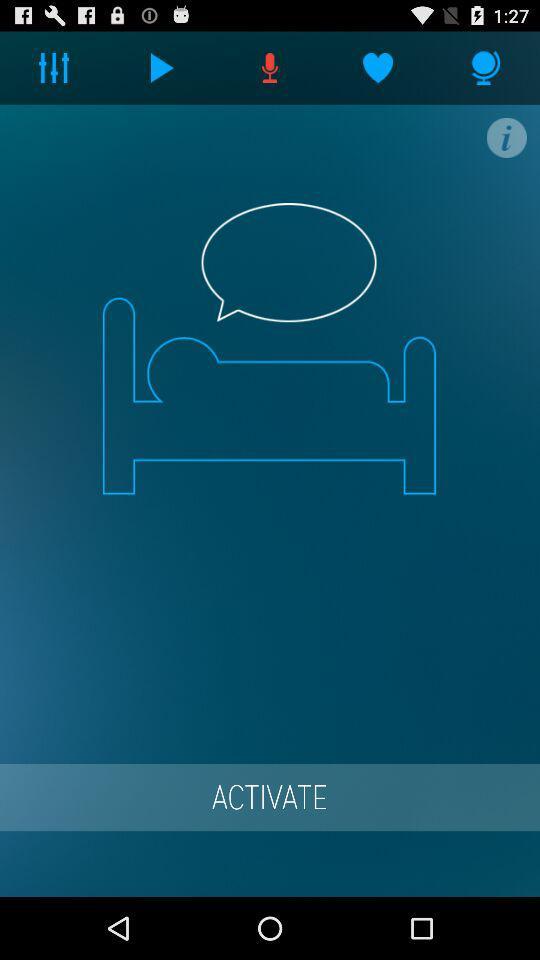 The width and height of the screenshot is (540, 960). Describe the element at coordinates (54, 72) in the screenshot. I see `the sliders icon` at that location.